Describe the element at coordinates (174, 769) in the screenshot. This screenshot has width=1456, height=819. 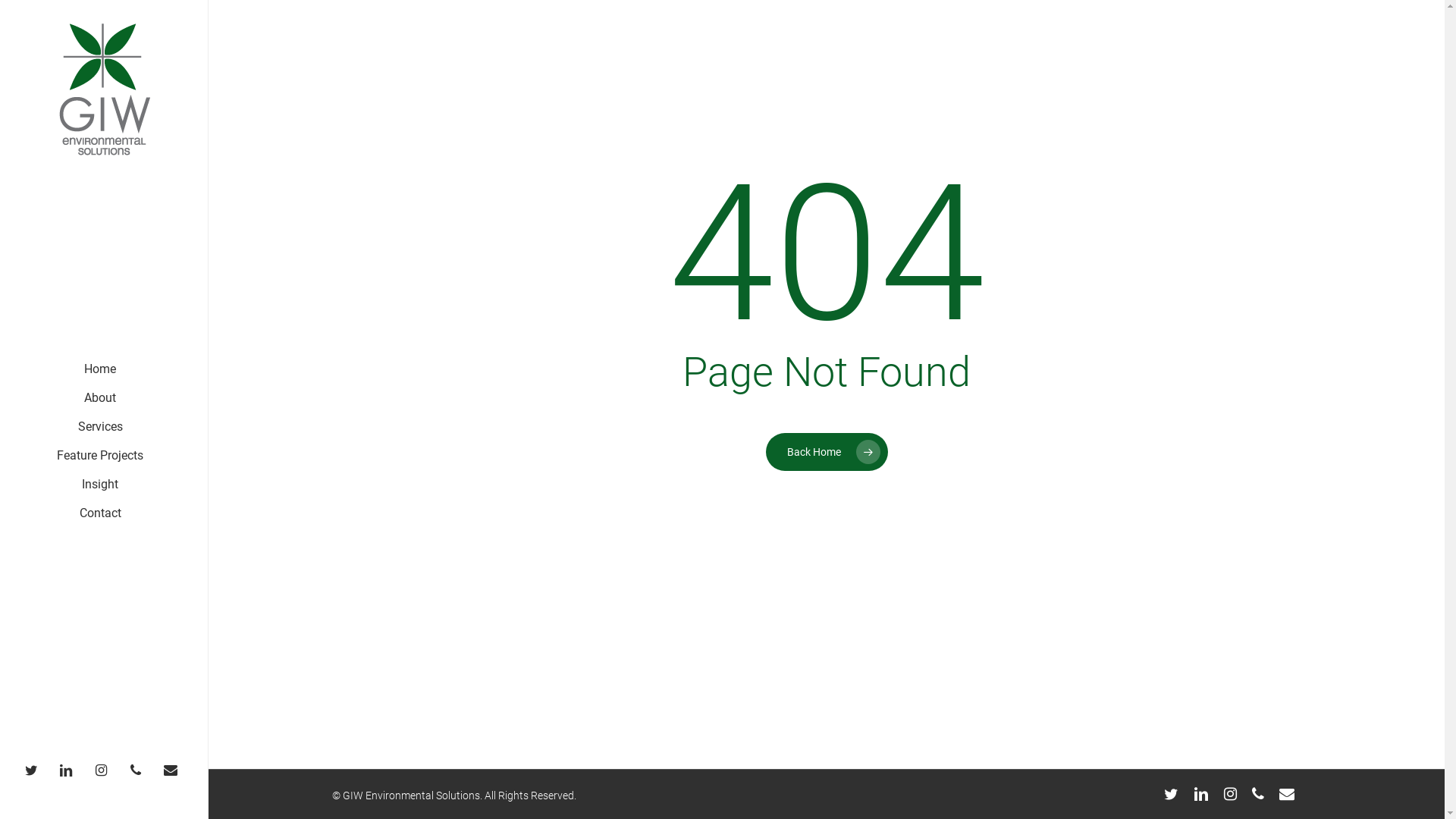
I see `'email'` at that location.